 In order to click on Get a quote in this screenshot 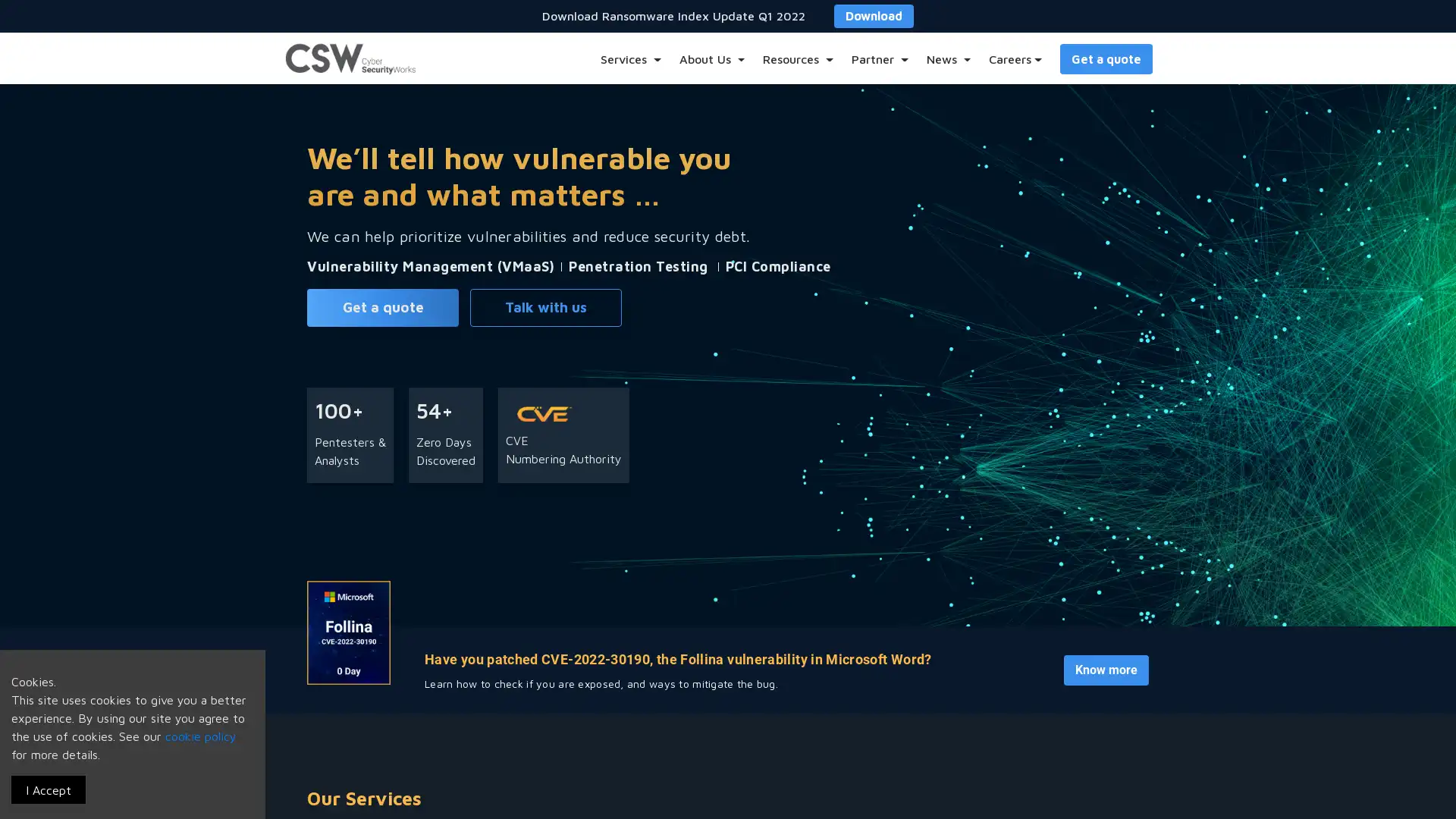, I will do `click(382, 307)`.